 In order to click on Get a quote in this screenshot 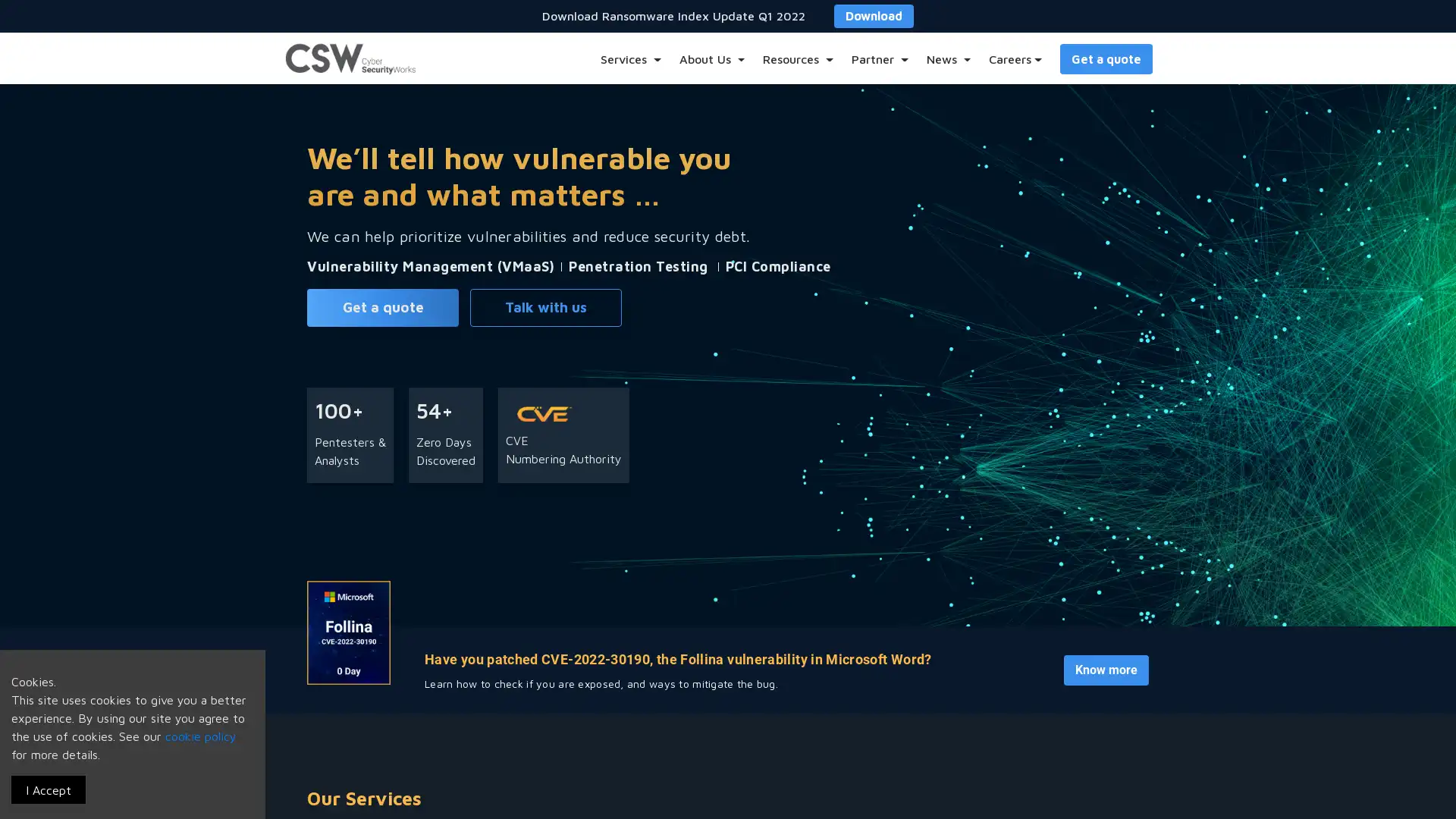, I will do `click(382, 307)`.